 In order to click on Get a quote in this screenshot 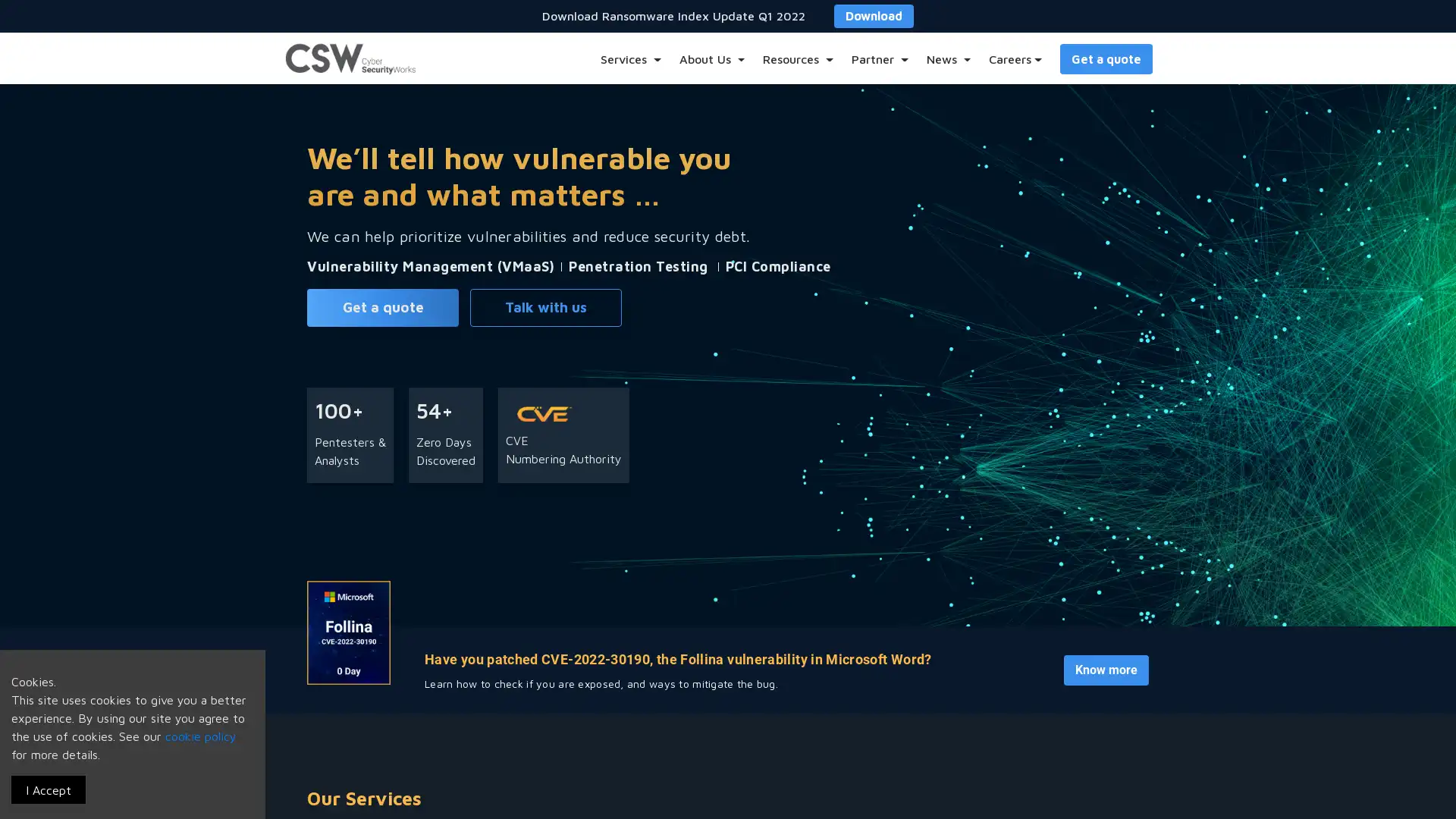, I will do `click(382, 307)`.